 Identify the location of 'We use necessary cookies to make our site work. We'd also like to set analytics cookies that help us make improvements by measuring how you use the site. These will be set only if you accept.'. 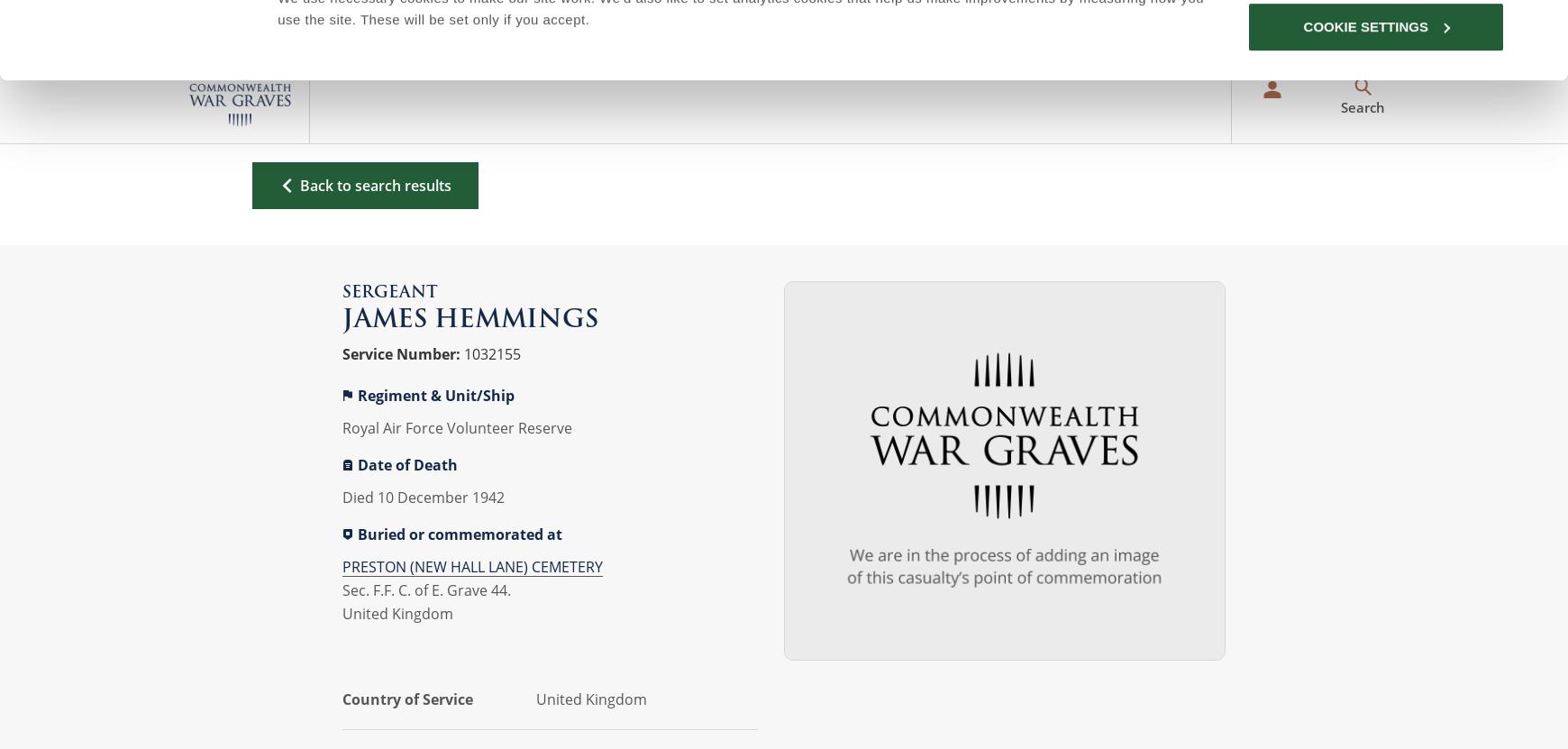
(277, 85).